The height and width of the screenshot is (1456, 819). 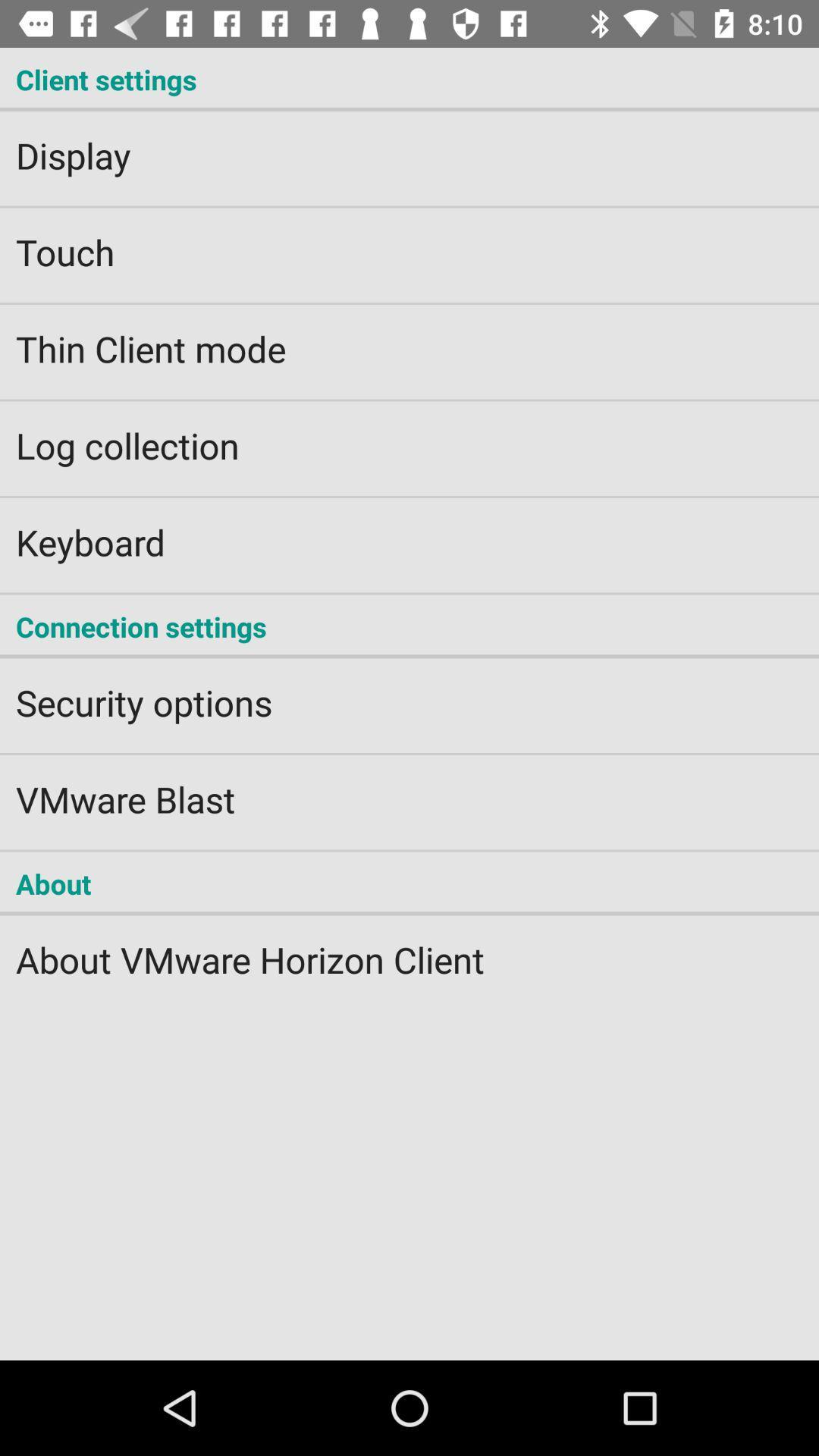 What do you see at coordinates (409, 241) in the screenshot?
I see `touch` at bounding box center [409, 241].